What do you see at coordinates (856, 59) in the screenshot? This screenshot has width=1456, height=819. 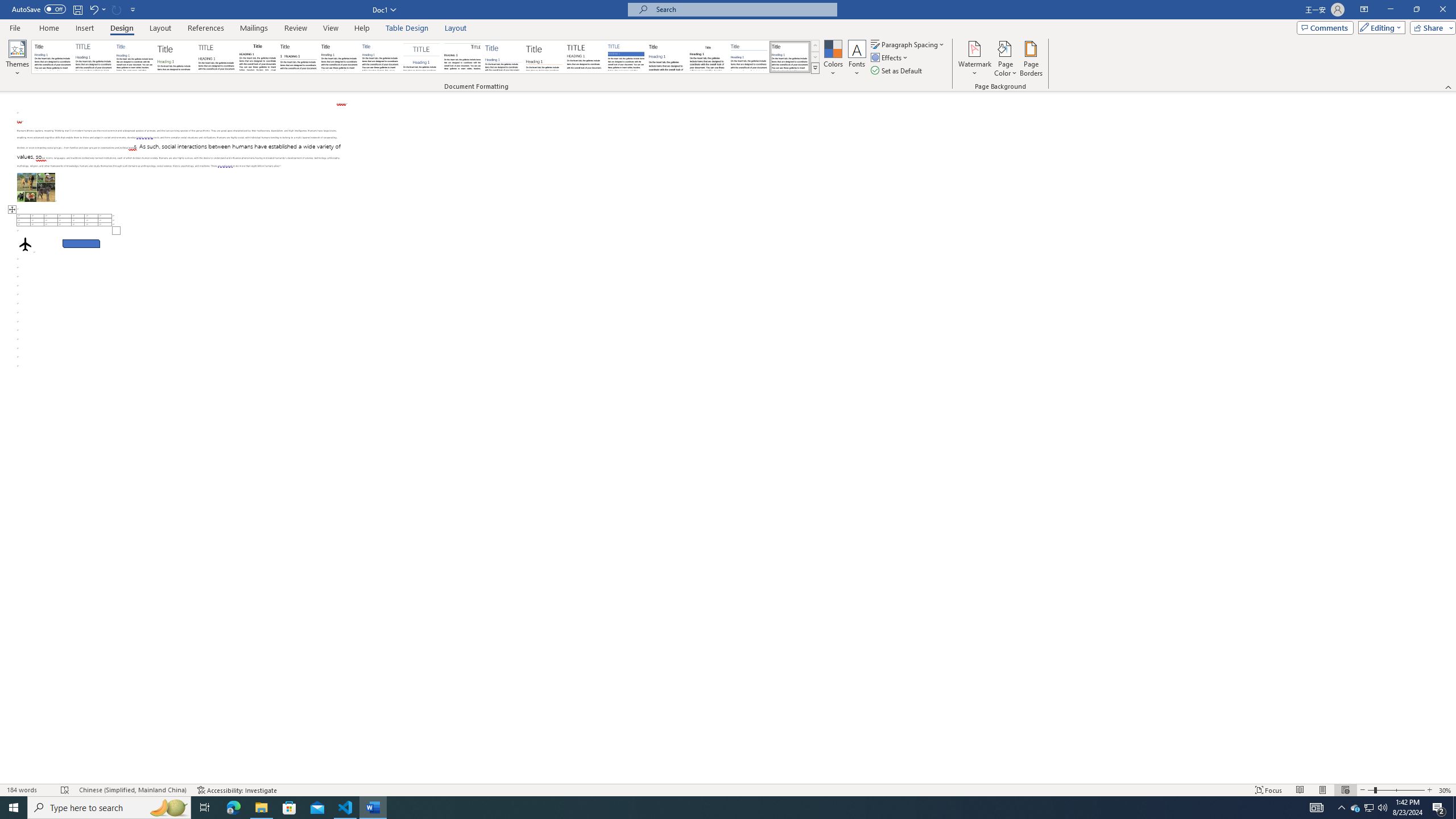 I see `'Fonts'` at bounding box center [856, 59].